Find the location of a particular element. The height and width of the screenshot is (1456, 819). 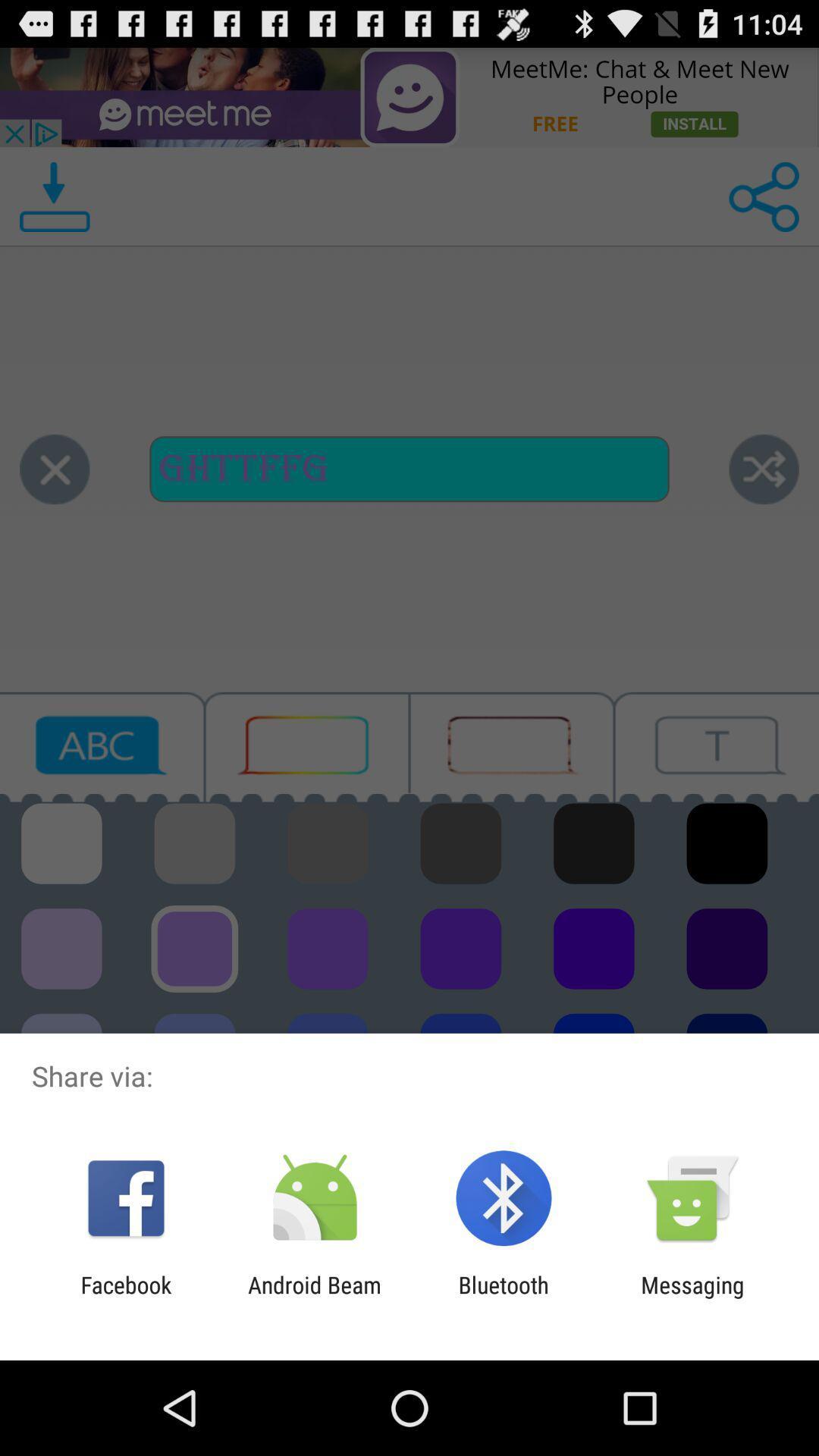

the android beam icon is located at coordinates (314, 1298).